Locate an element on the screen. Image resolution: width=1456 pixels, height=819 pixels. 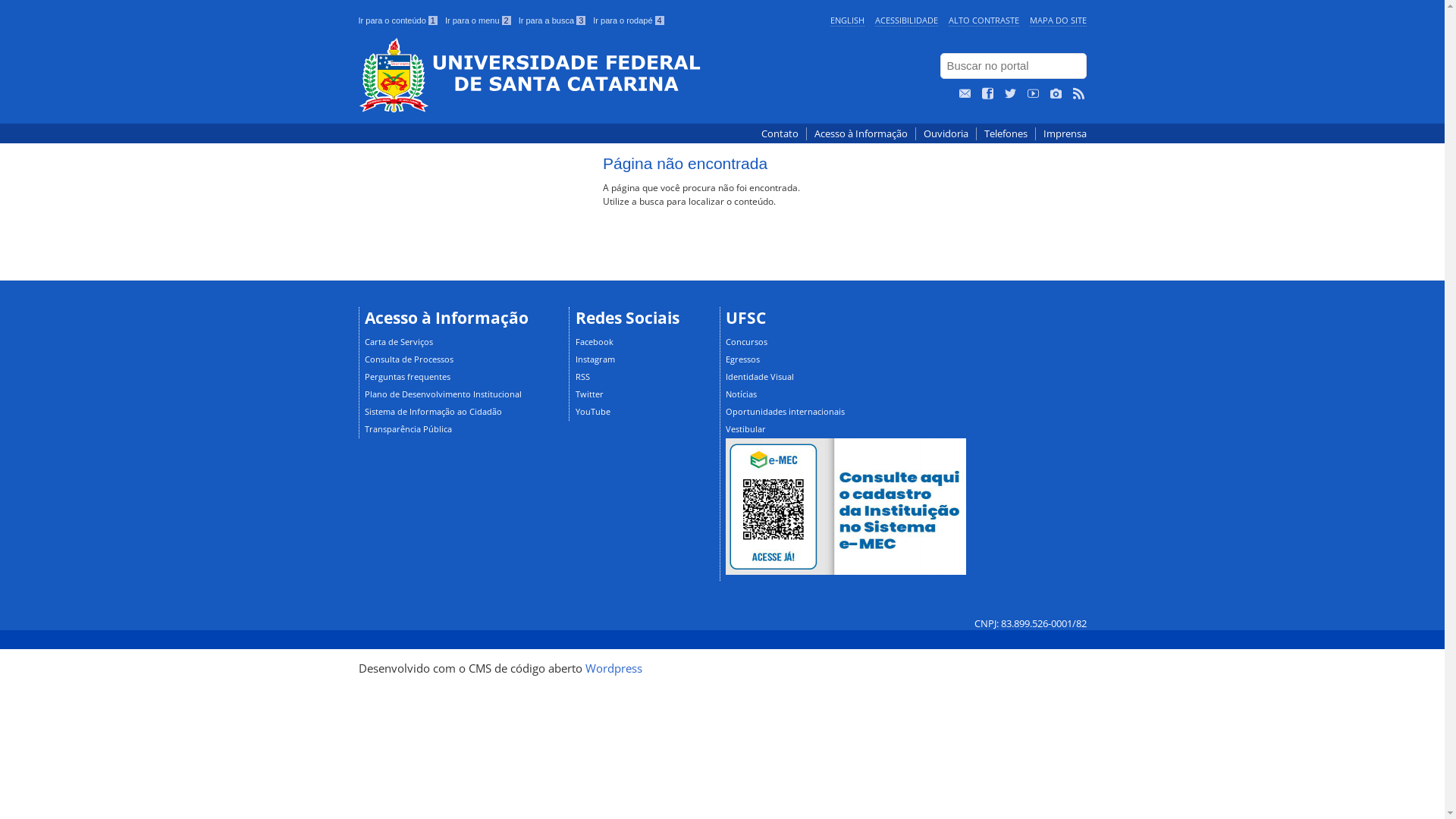
'Plano de Desenvolvimento Institucional' is located at coordinates (442, 393).